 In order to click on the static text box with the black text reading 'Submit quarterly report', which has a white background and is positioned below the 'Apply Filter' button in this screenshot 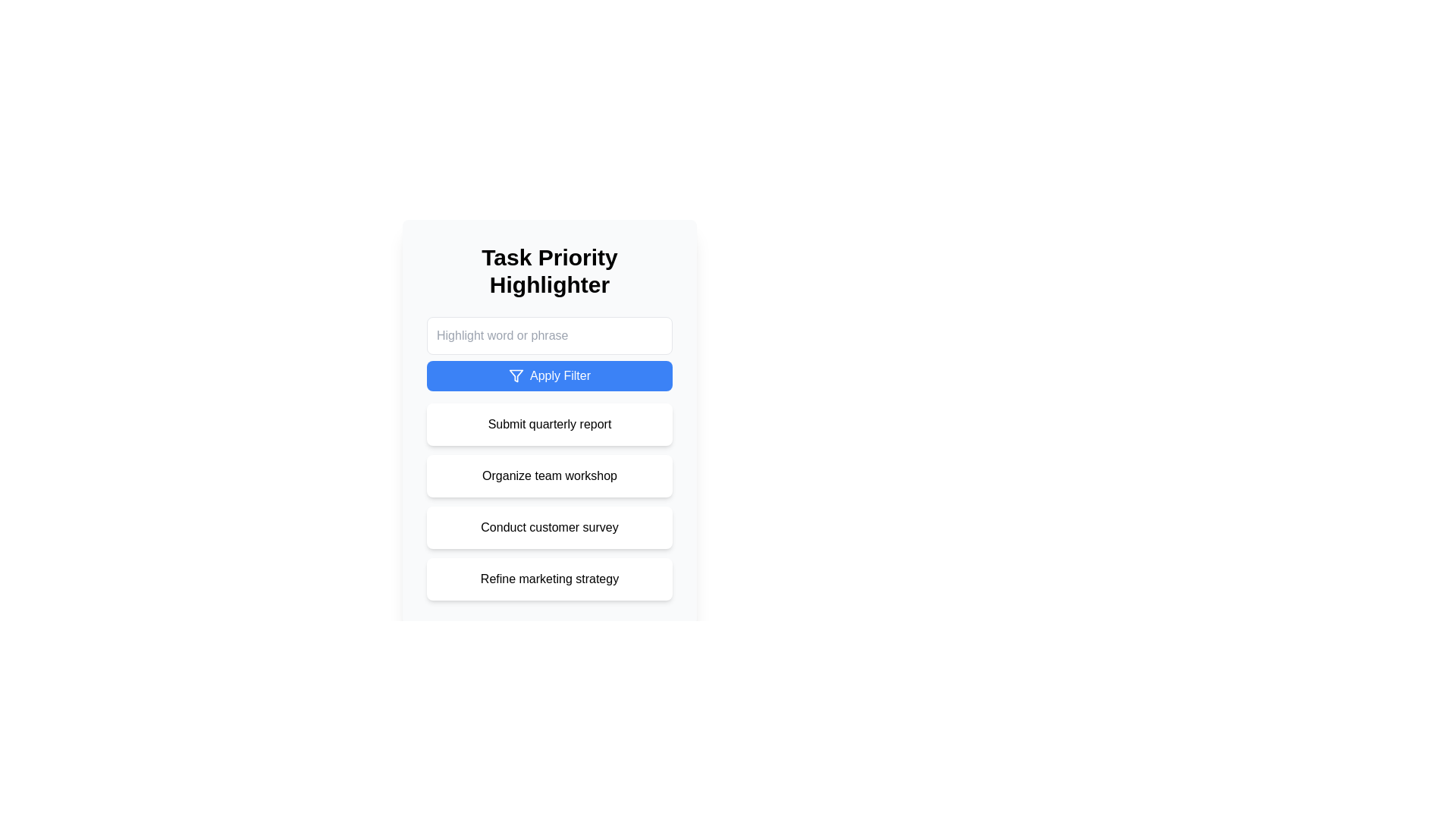, I will do `click(548, 424)`.